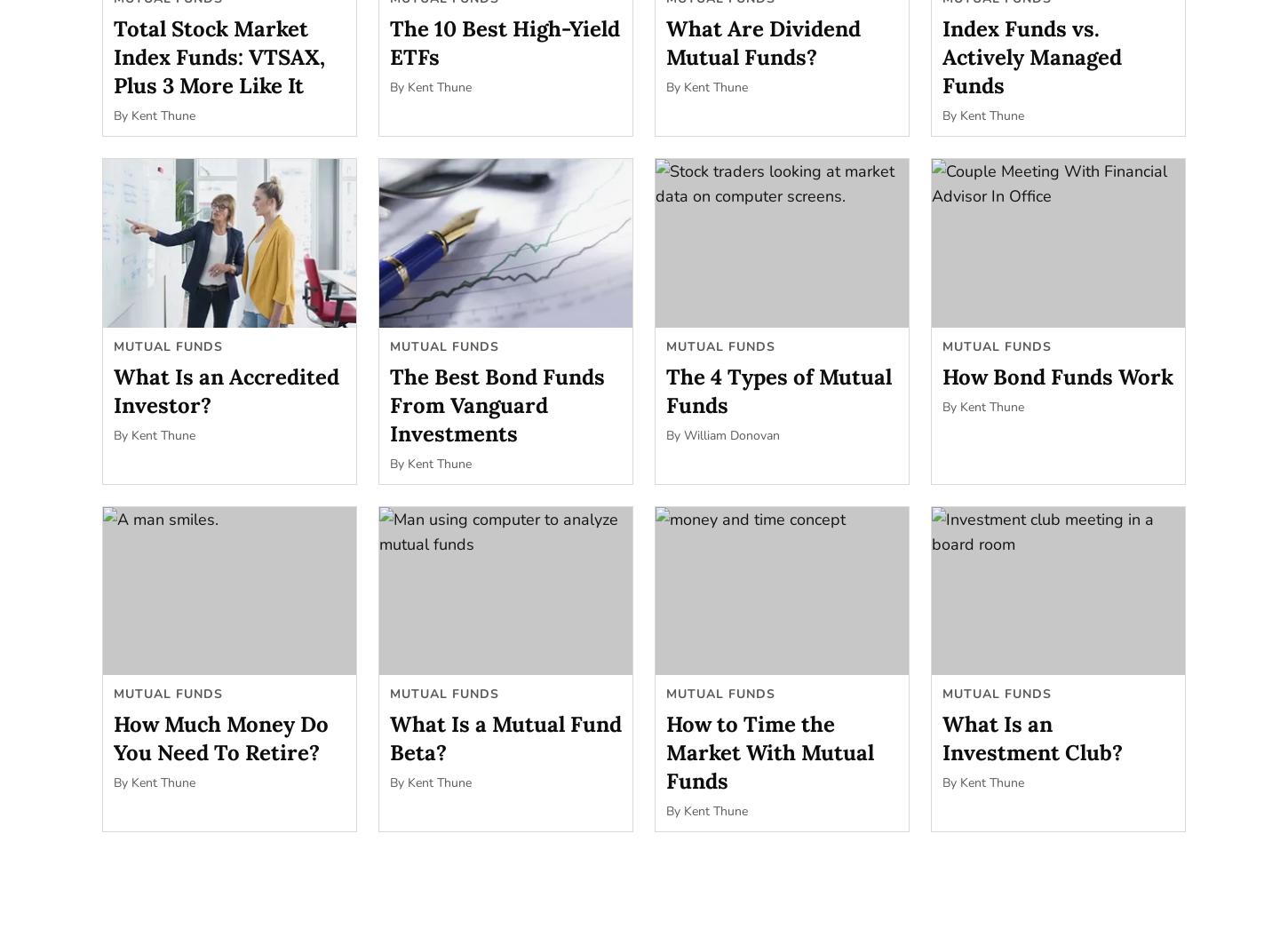  I want to click on 'The 10 Best High-Yield ETFs', so click(505, 42).